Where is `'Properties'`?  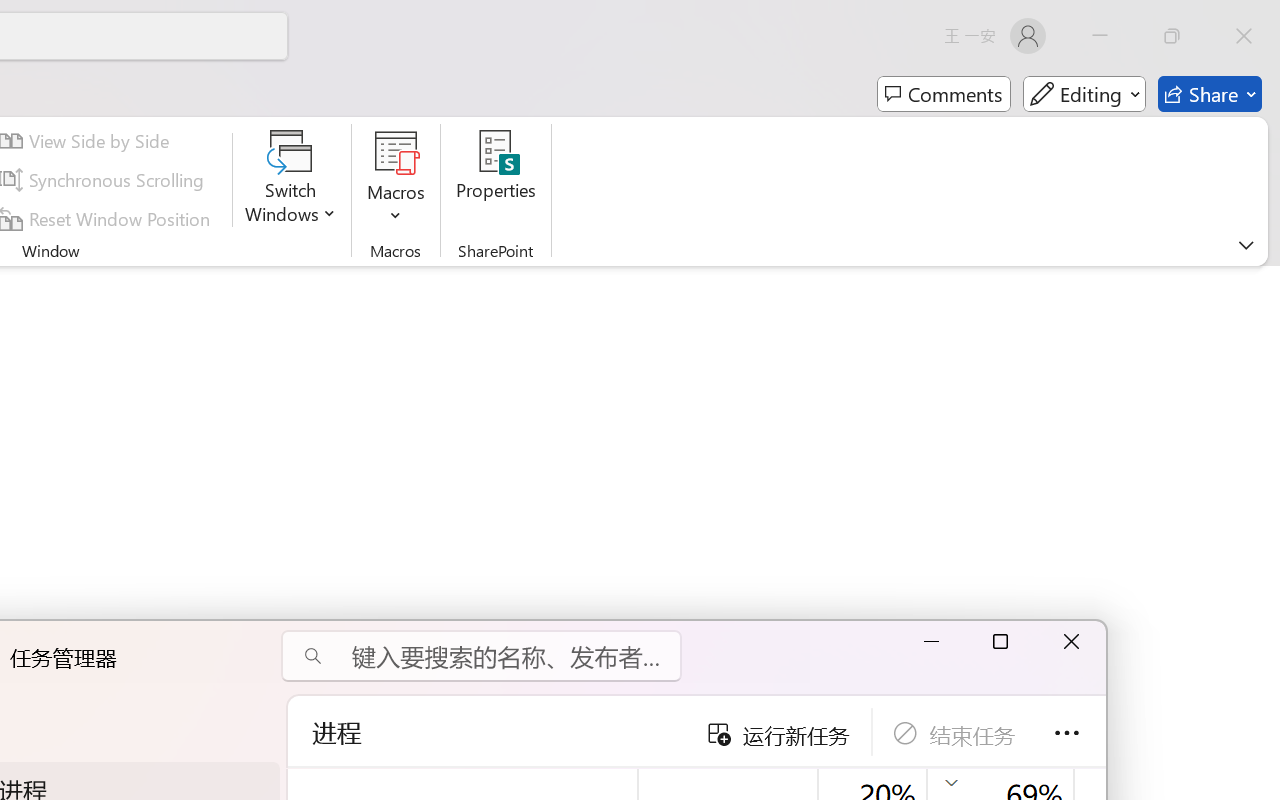
'Properties' is located at coordinates (496, 179).